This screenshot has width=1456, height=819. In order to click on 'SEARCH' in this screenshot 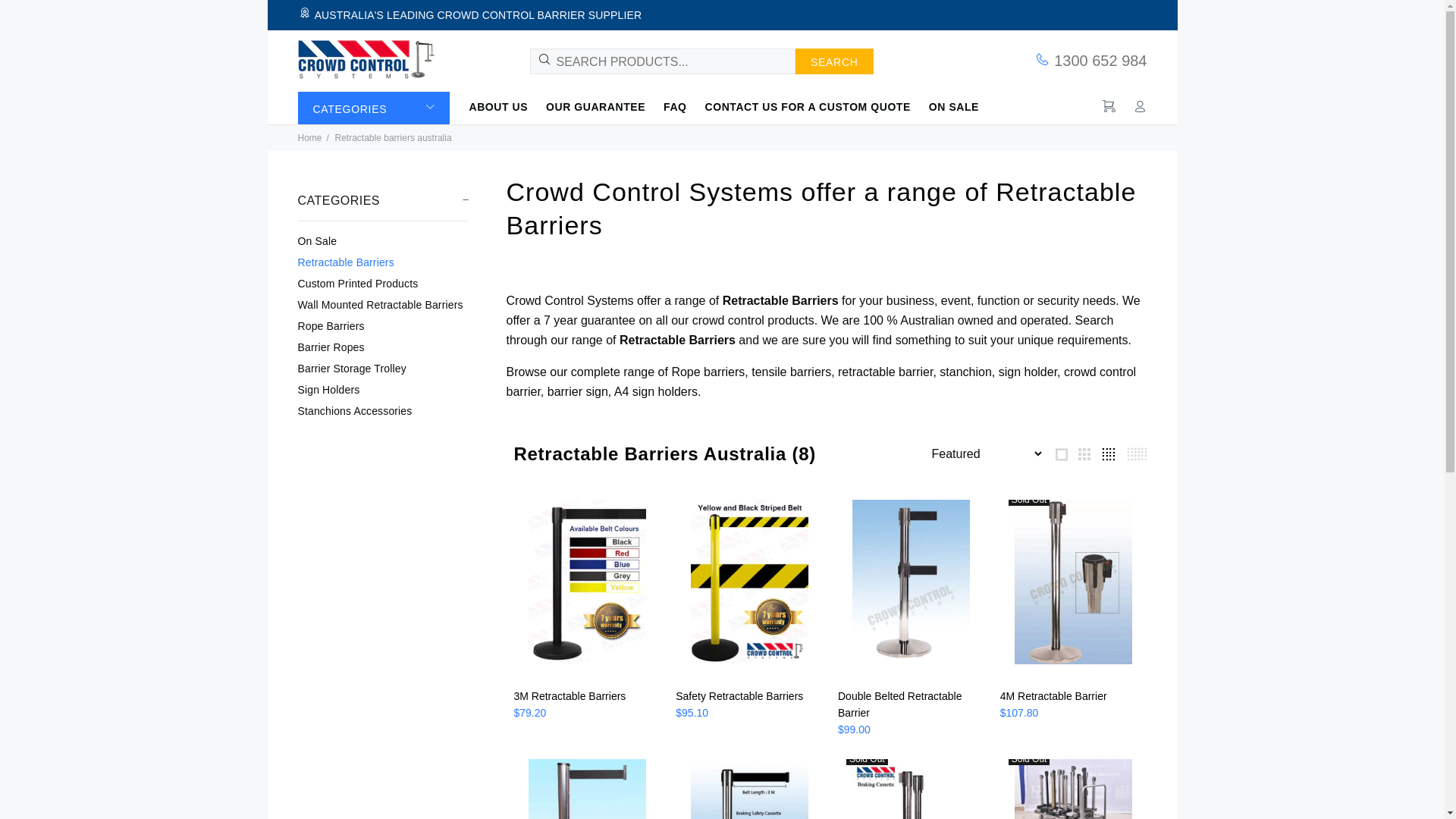, I will do `click(833, 61)`.